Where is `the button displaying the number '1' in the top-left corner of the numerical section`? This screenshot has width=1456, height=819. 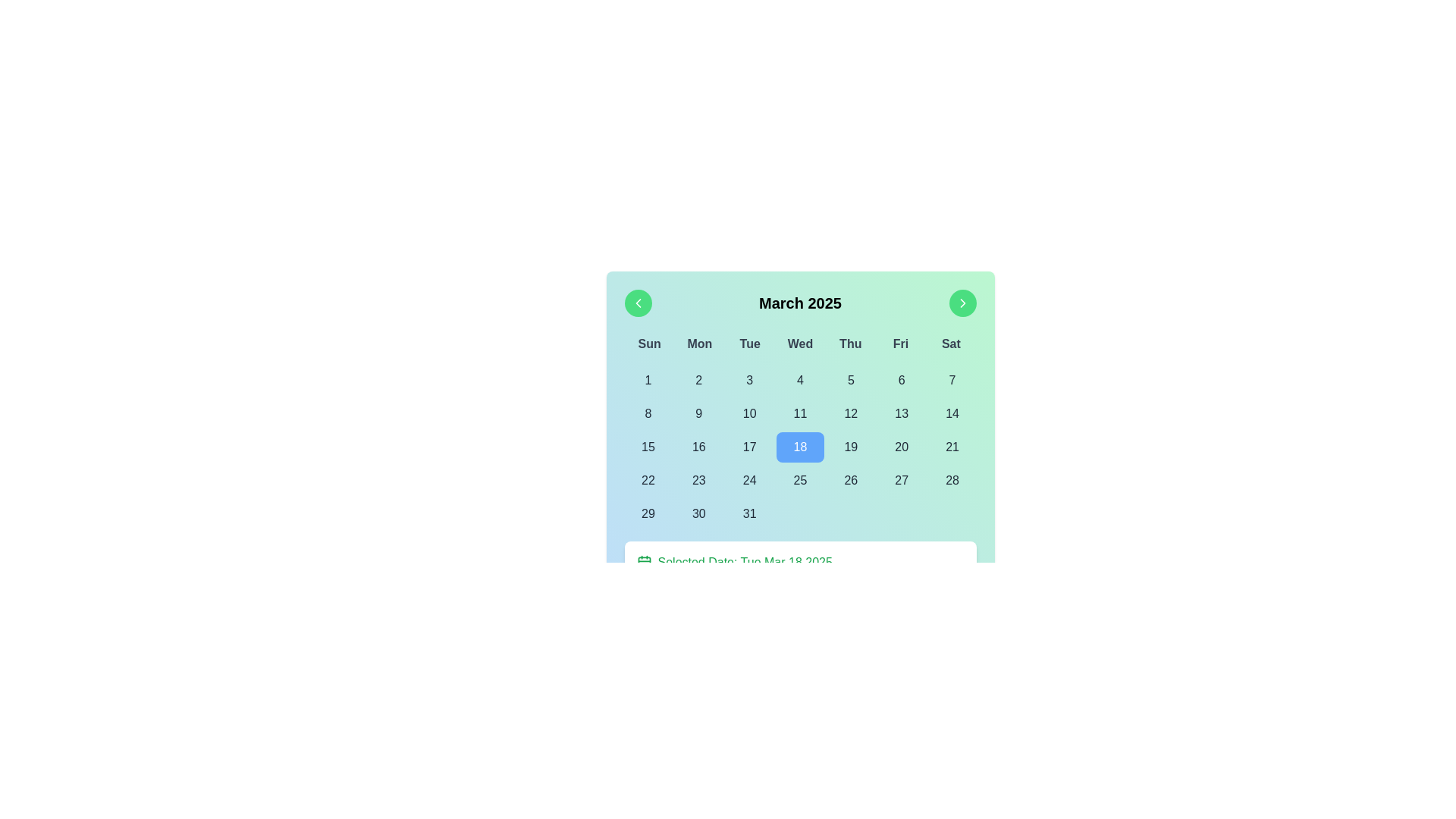
the button displaying the number '1' in the top-left corner of the numerical section is located at coordinates (648, 379).